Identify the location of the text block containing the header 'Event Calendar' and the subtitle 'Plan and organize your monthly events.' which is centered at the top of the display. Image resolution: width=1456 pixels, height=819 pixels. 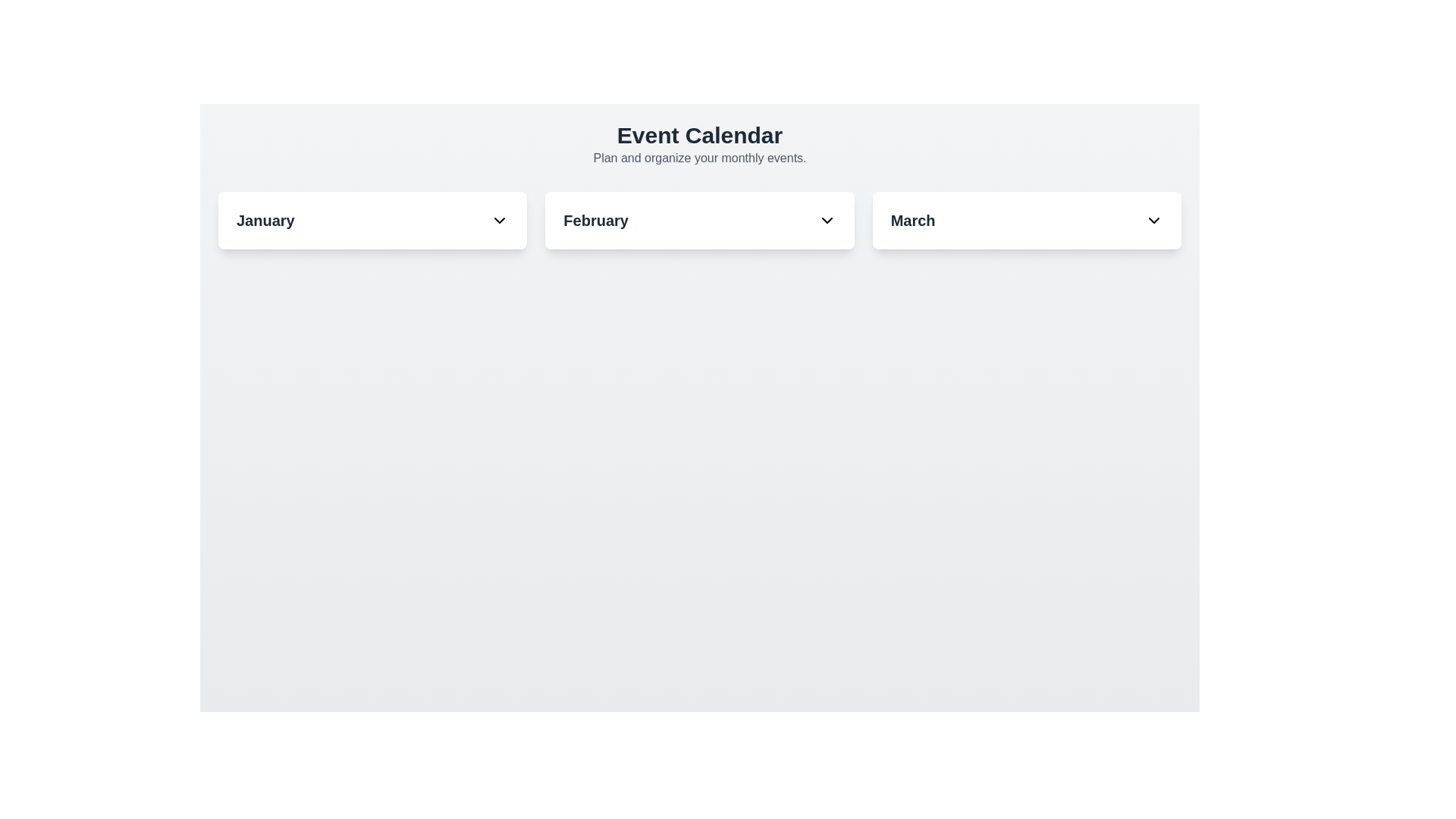
(698, 145).